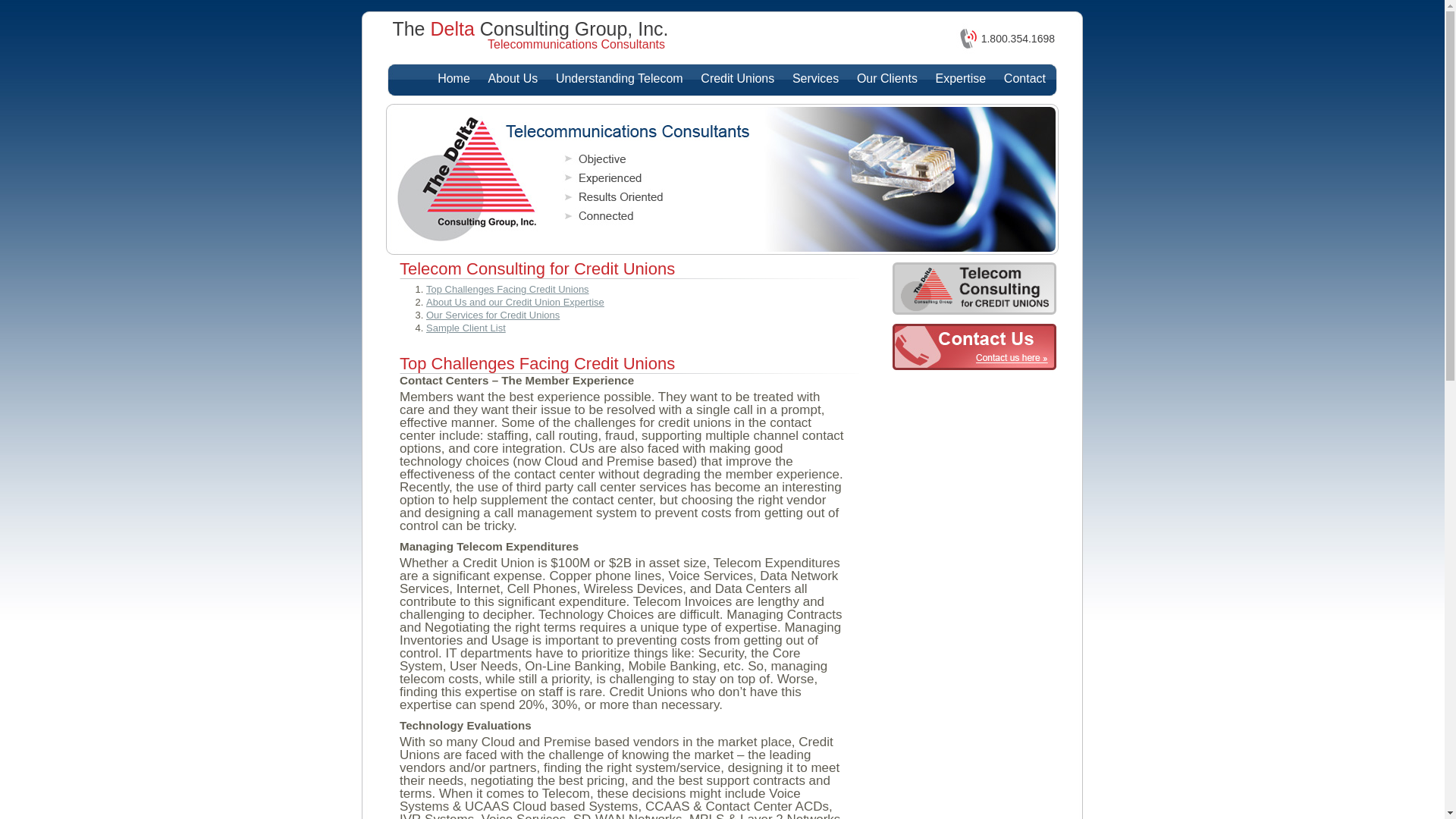  I want to click on 'Home', so click(453, 78).